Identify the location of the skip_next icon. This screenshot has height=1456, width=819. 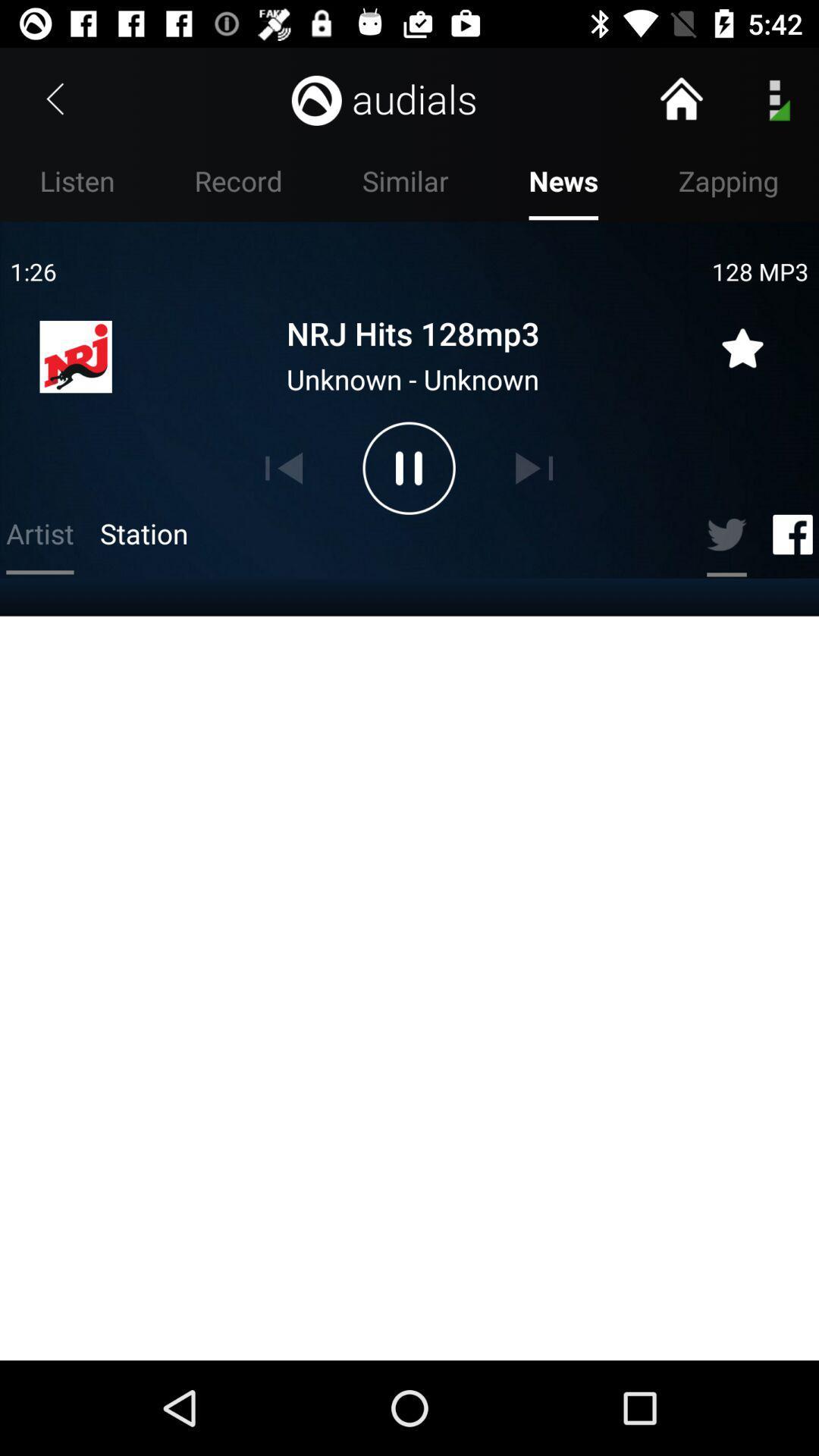
(533, 467).